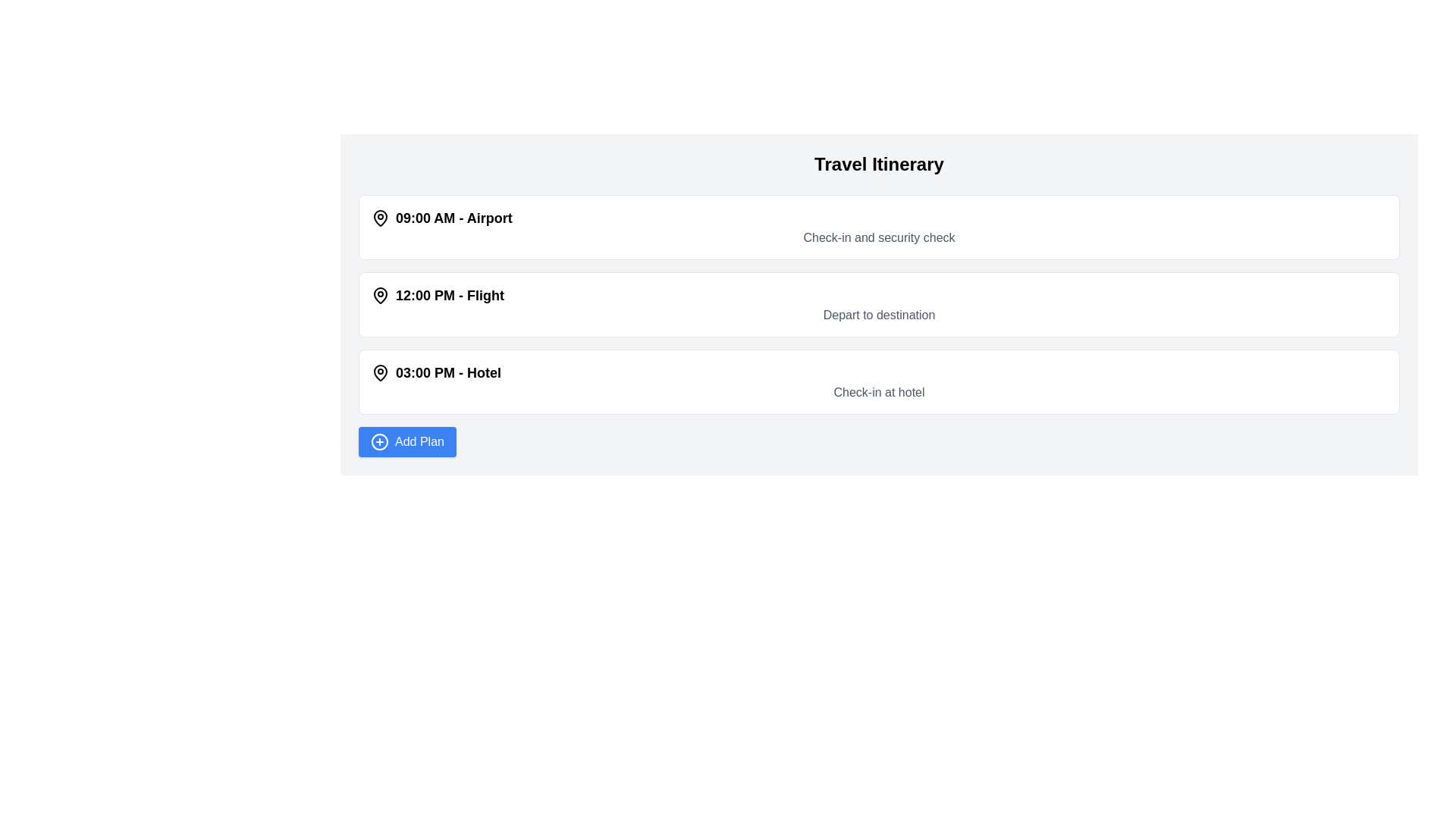  I want to click on the first Event Card in the Travel Itinerary section that displays a scheduled travel event with time, location, and description, so click(879, 227).